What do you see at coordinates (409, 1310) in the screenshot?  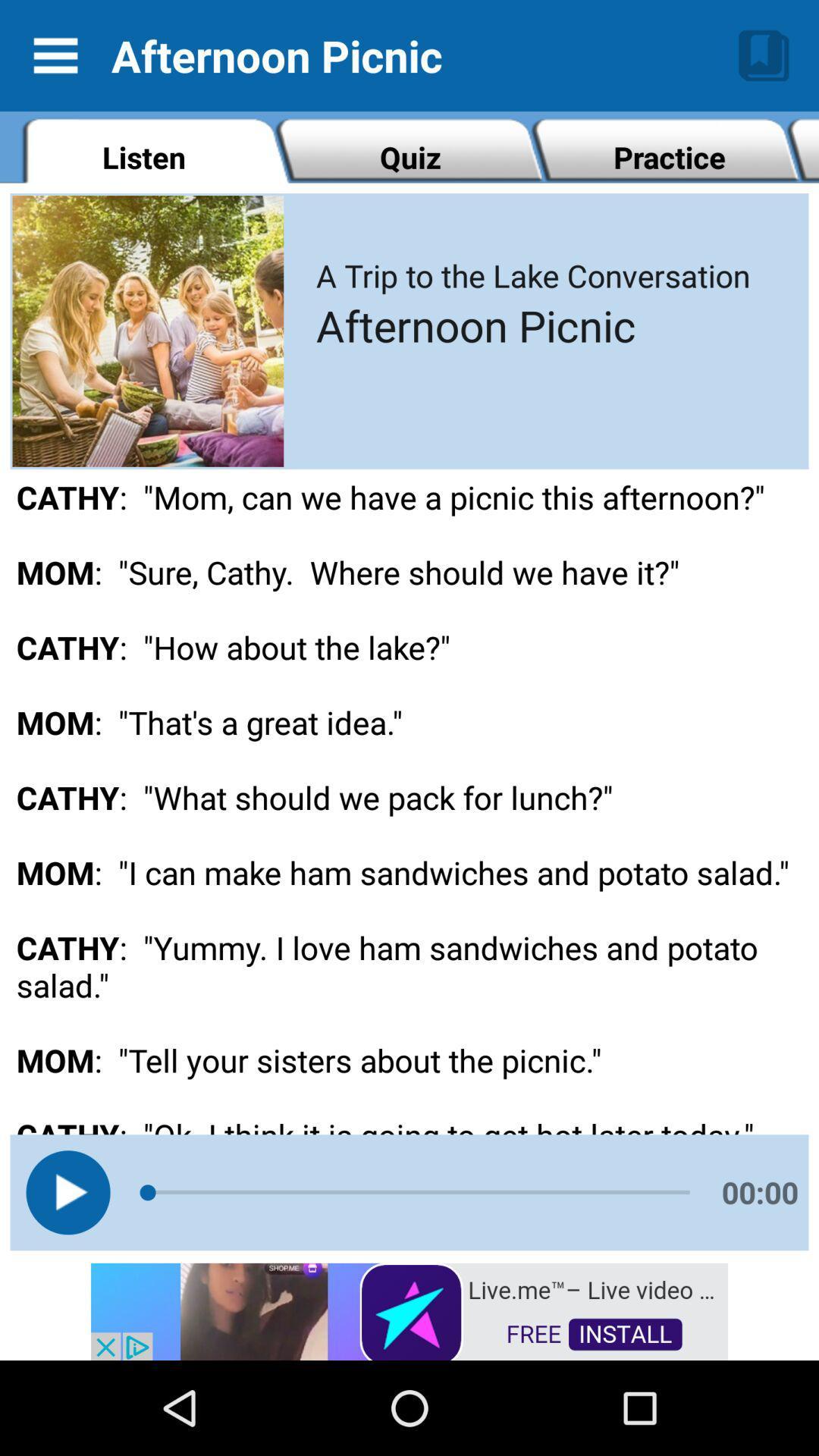 I see `live.me advertisement` at bounding box center [409, 1310].